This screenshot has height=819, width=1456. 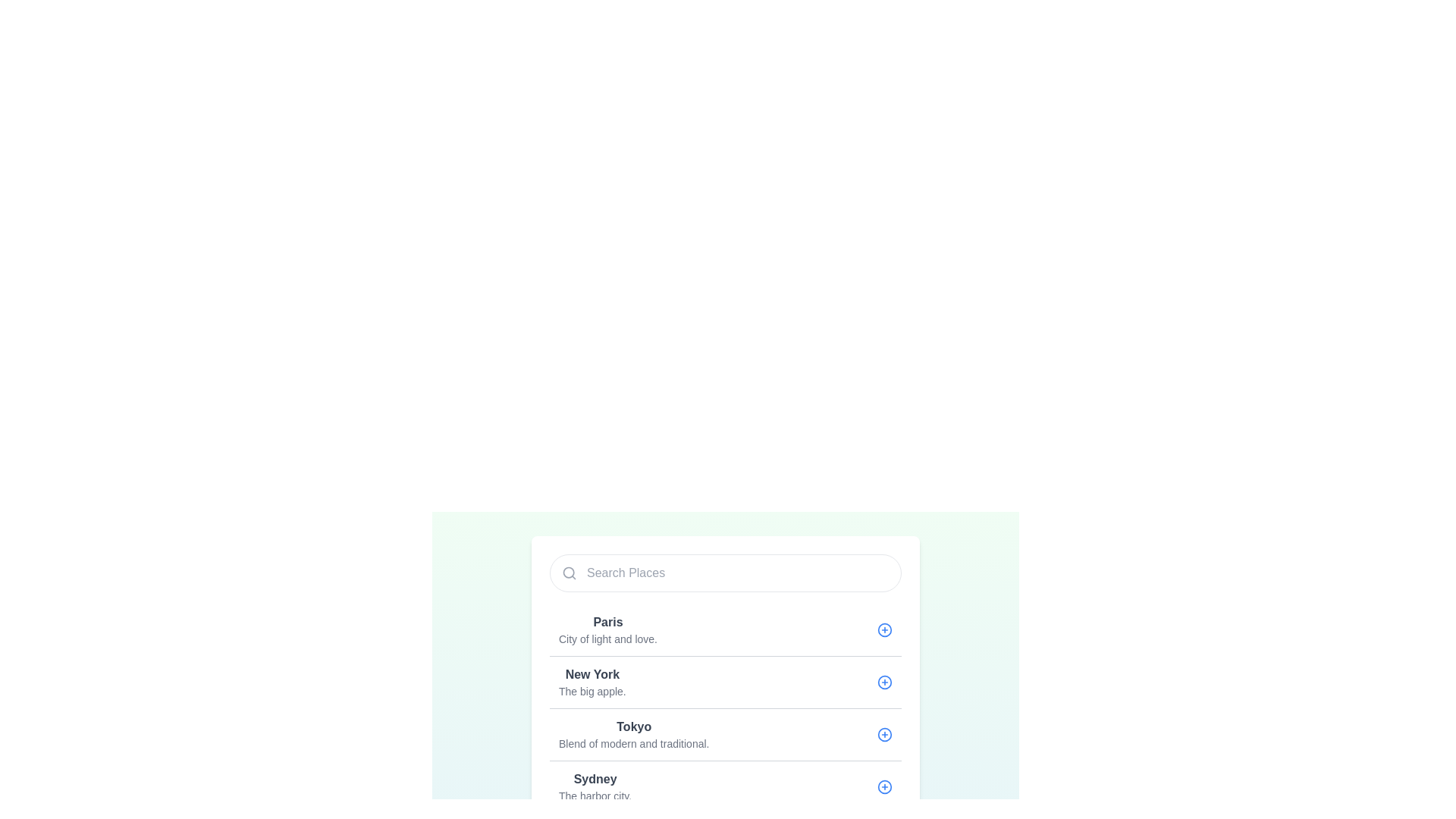 What do you see at coordinates (884, 629) in the screenshot?
I see `the circular shape within the SVG icon located to the right of the list item text 'Paris'` at bounding box center [884, 629].